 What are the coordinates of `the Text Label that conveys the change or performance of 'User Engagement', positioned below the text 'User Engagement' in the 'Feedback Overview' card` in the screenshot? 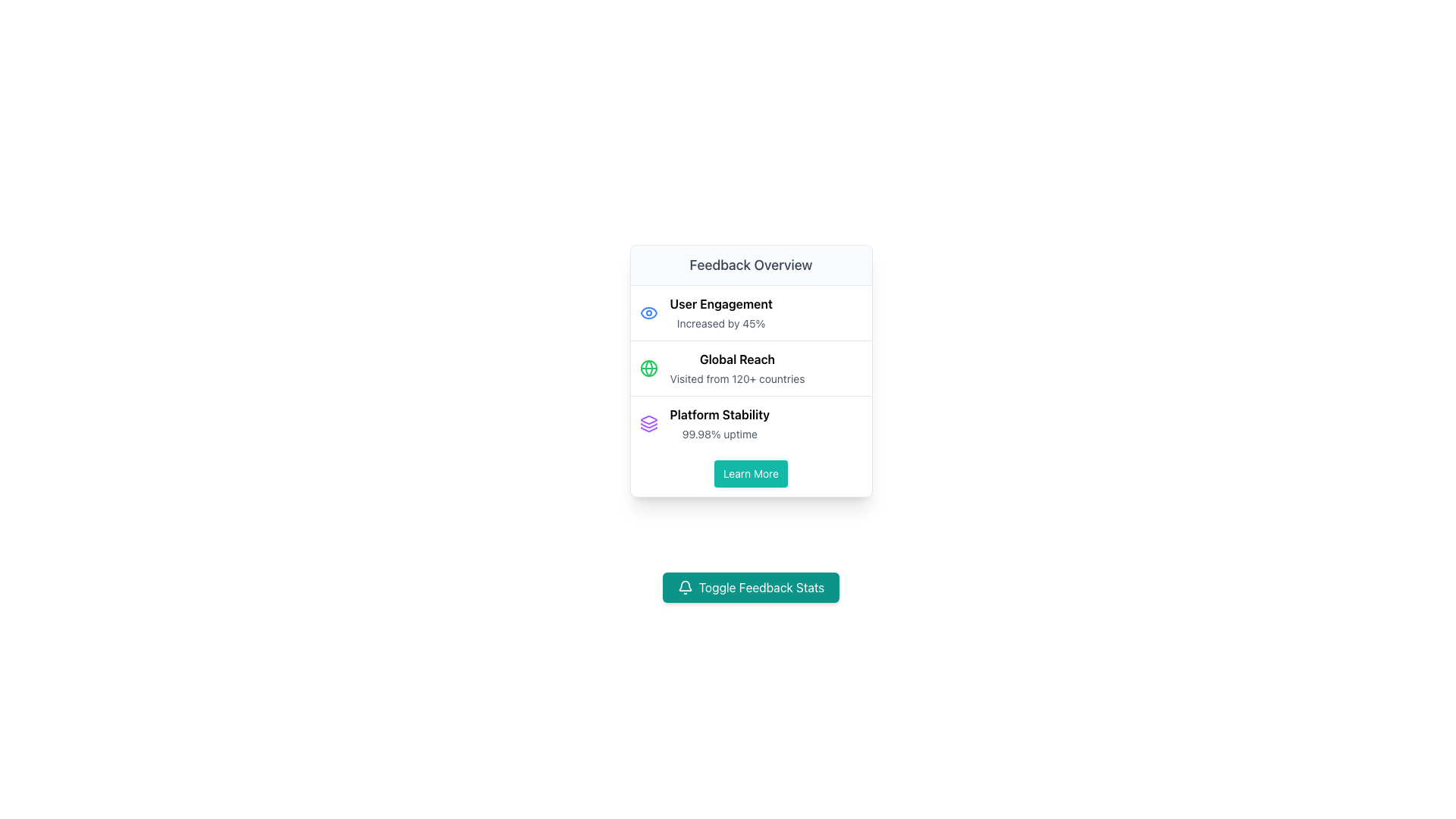 It's located at (720, 323).